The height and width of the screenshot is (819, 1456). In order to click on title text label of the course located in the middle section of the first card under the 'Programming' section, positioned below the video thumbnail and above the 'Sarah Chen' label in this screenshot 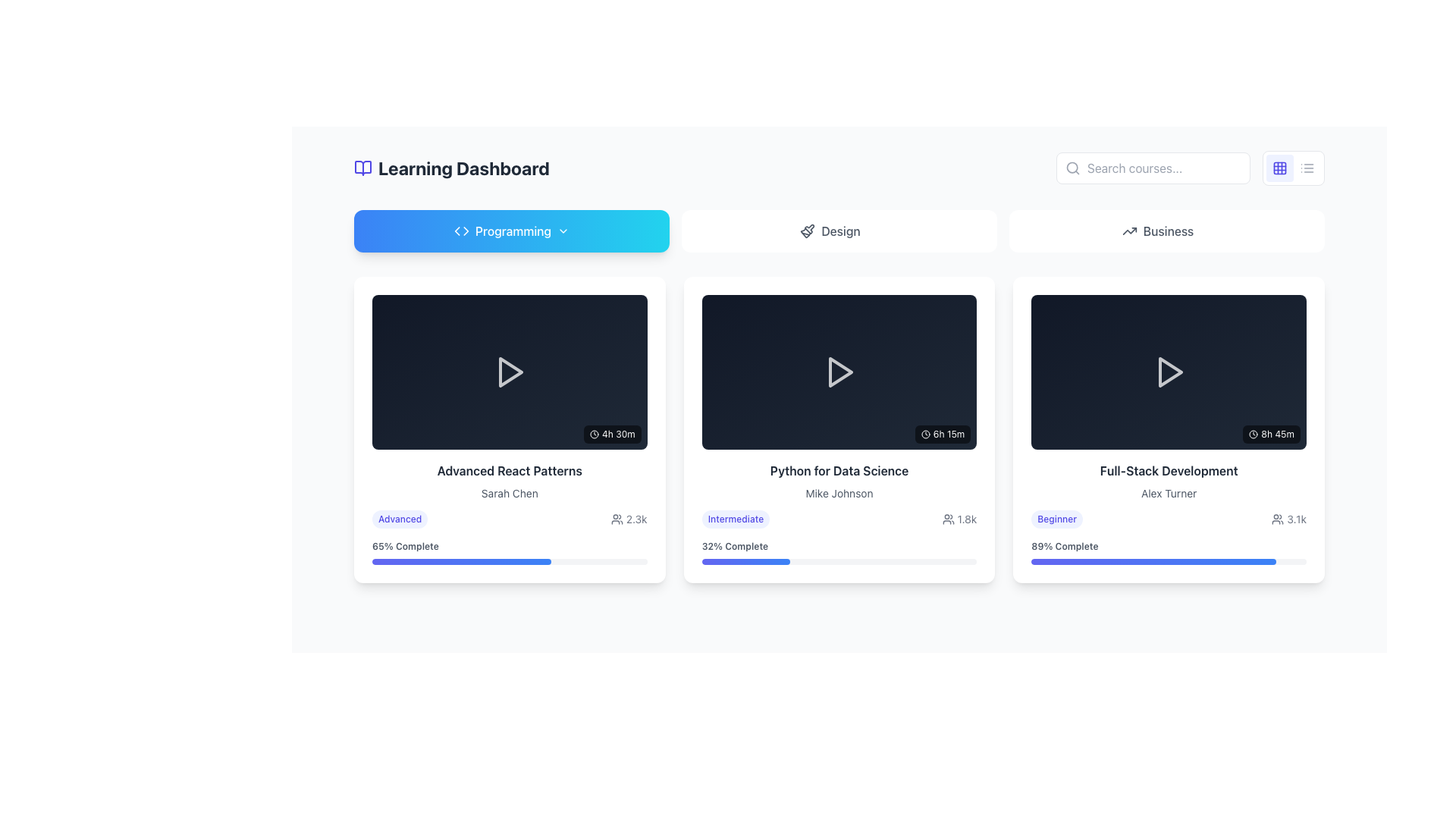, I will do `click(510, 470)`.